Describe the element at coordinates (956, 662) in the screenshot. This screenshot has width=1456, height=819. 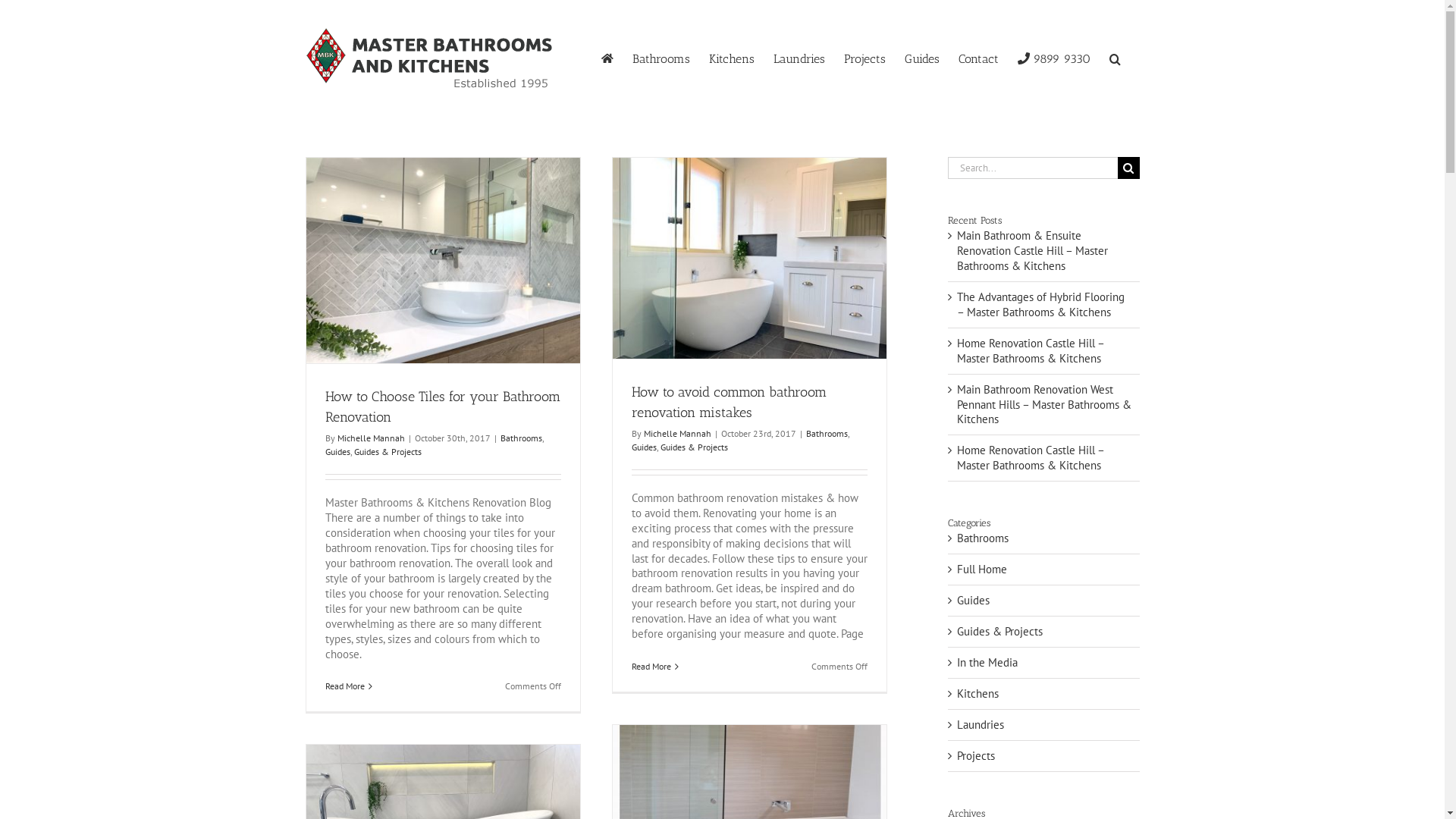
I see `'In the Media'` at that location.